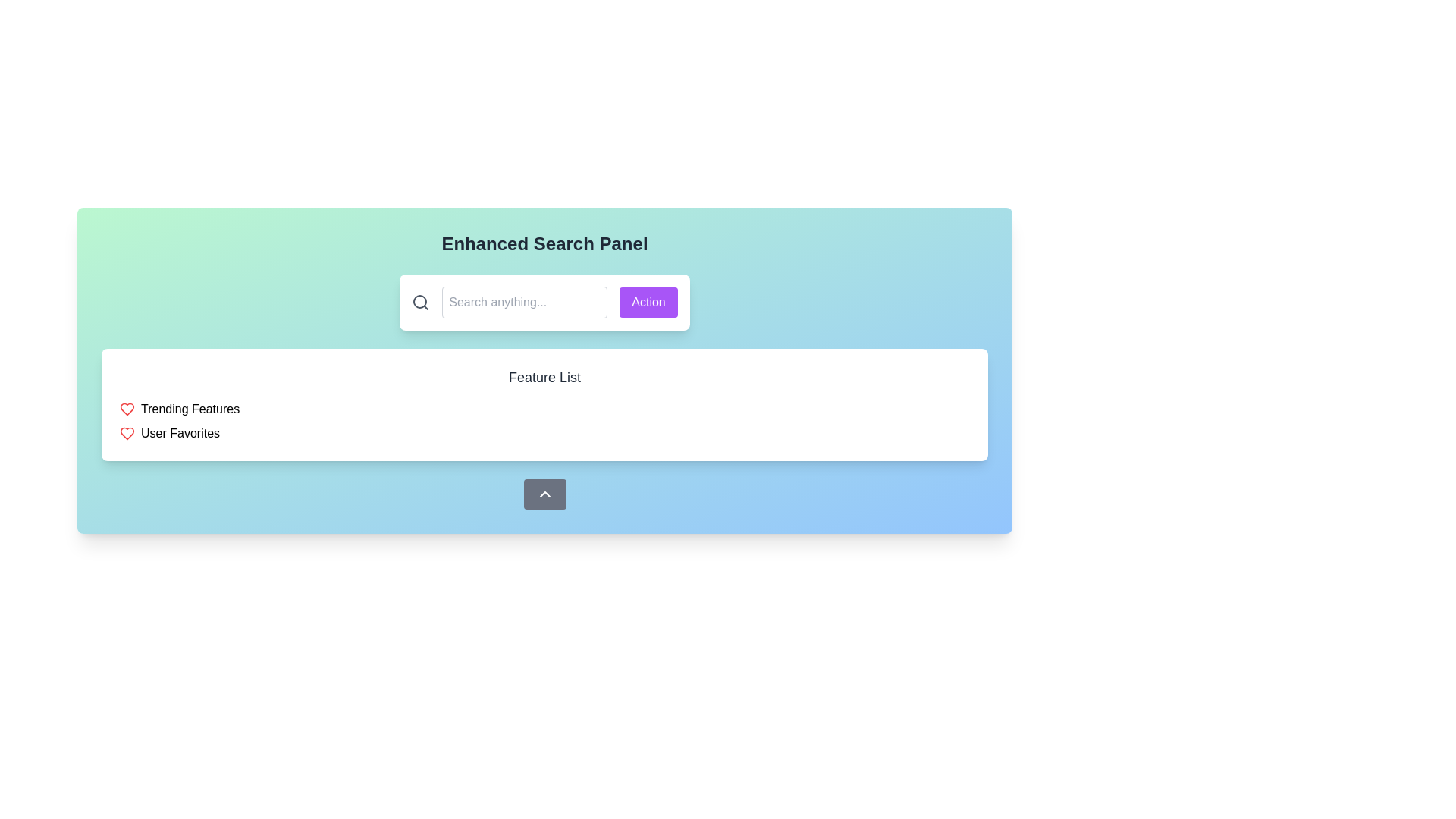 This screenshot has height=819, width=1456. Describe the element at coordinates (544, 376) in the screenshot. I see `text displayed in the text-based component labeled 'Feature List', which is prominently styled in gray on a white background` at that location.